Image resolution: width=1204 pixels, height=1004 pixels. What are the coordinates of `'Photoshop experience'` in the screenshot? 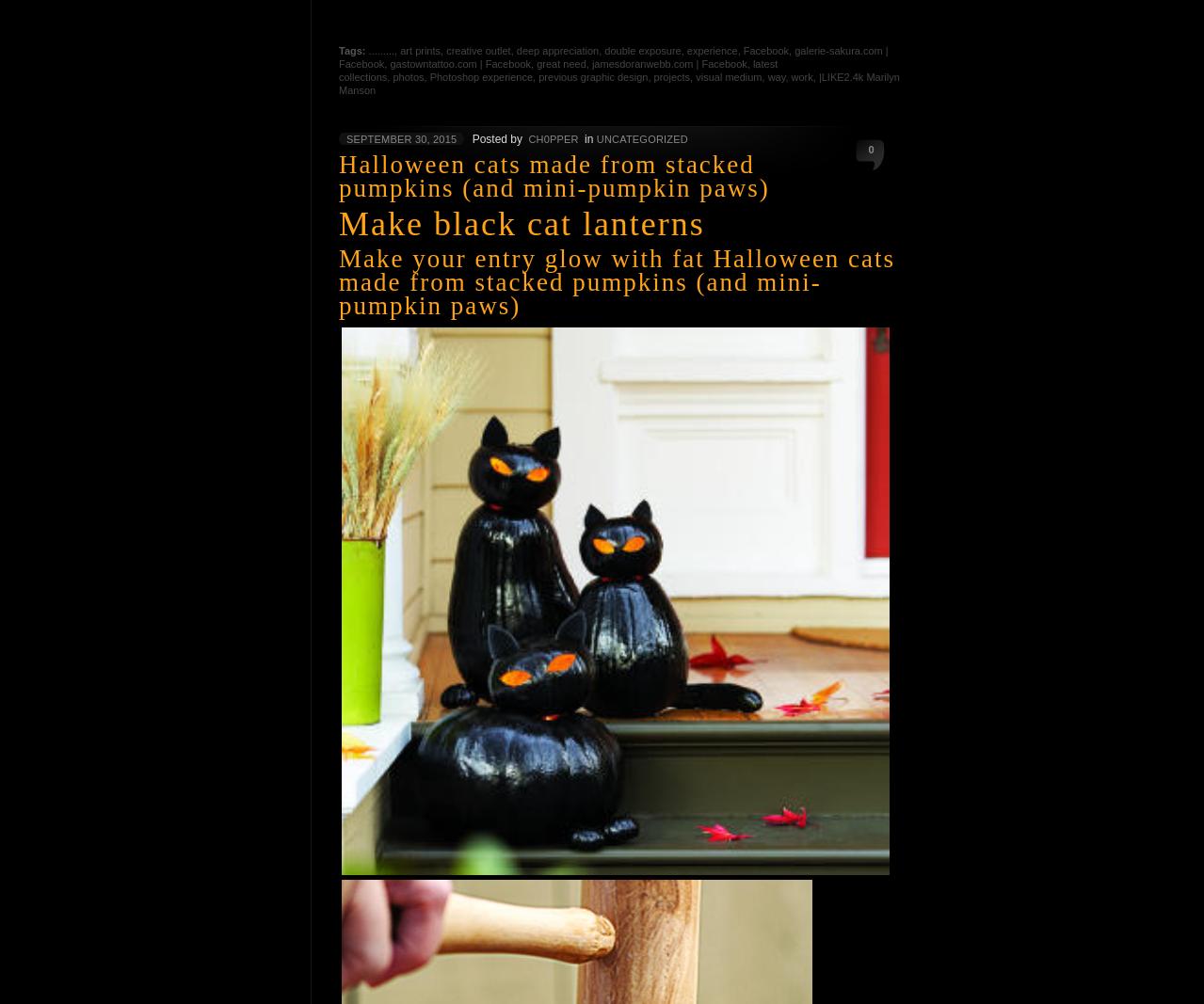 It's located at (479, 76).